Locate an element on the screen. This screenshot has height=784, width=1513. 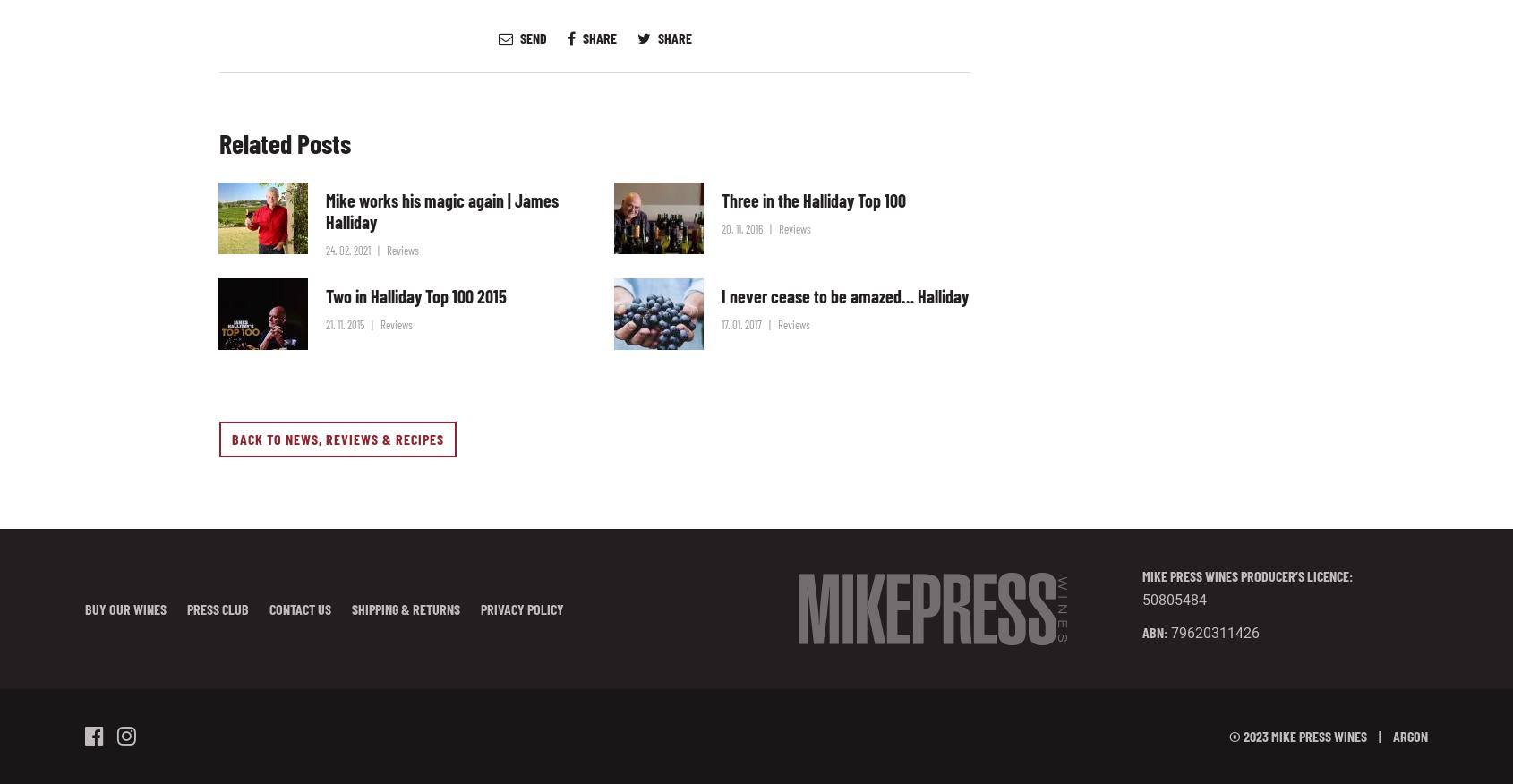
'Related Posts' is located at coordinates (218, 141).